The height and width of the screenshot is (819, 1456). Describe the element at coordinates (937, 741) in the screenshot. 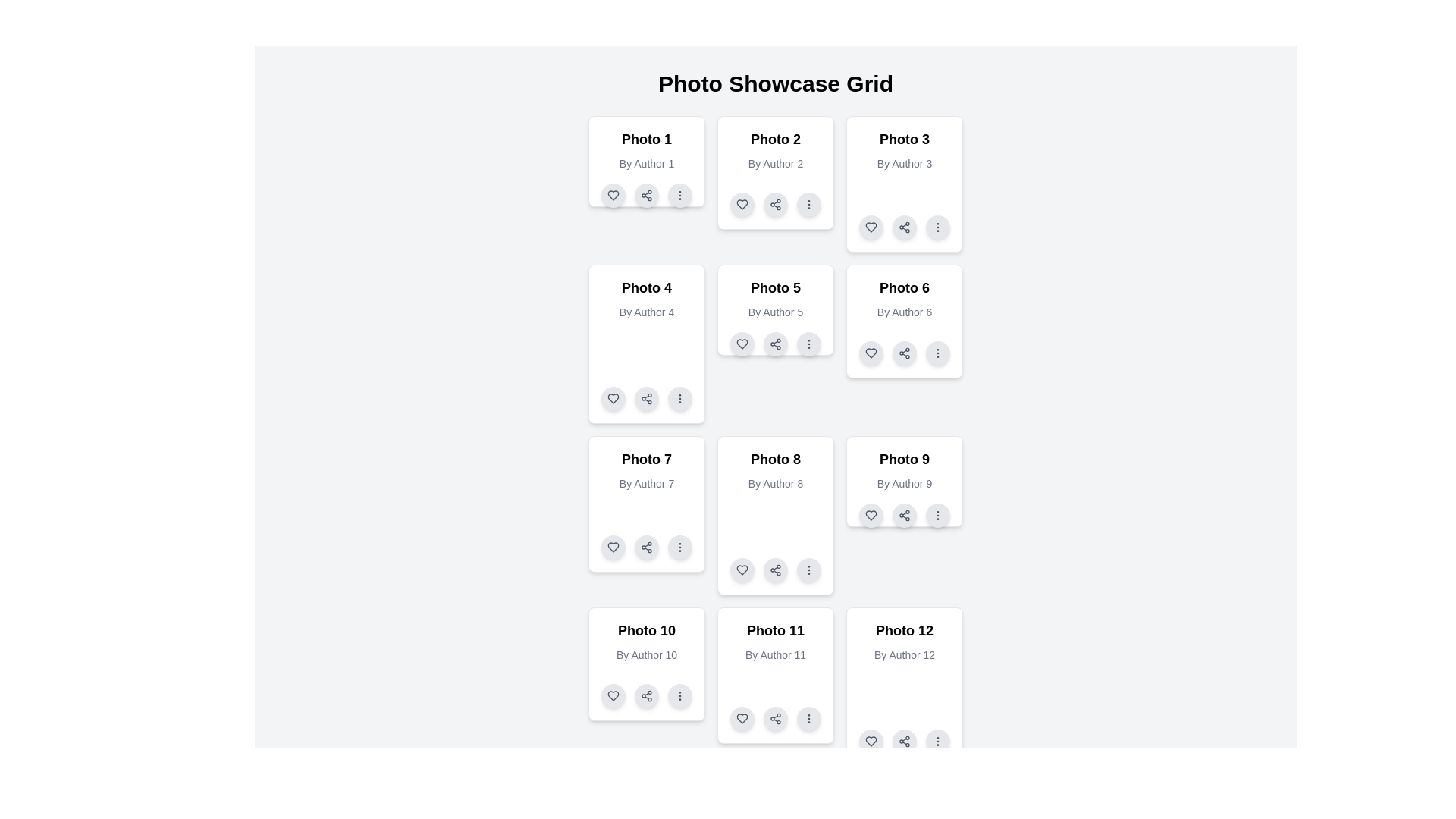

I see `the vertical ellipsis icon button located at the bottom-right corner of the Photo 12 card` at that location.